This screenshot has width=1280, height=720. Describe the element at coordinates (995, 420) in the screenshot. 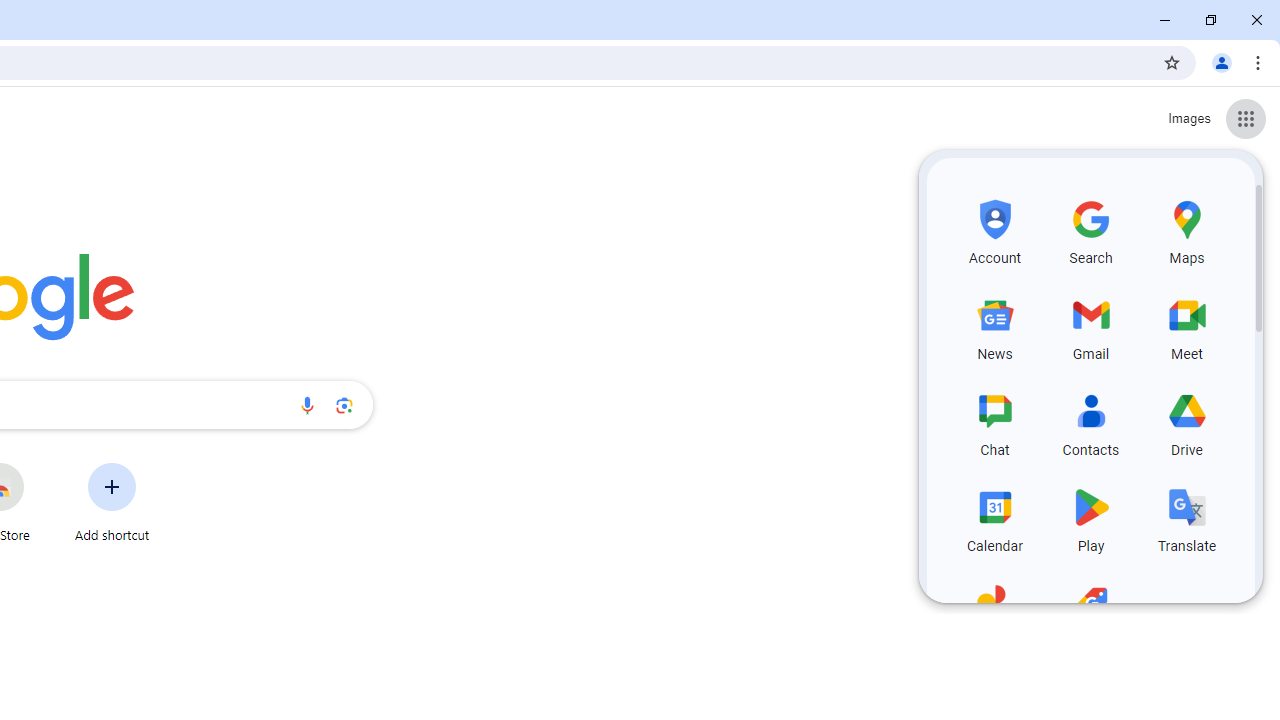

I see `'Chat, row 3 of 5 and column 1 of 3 in the first section'` at that location.